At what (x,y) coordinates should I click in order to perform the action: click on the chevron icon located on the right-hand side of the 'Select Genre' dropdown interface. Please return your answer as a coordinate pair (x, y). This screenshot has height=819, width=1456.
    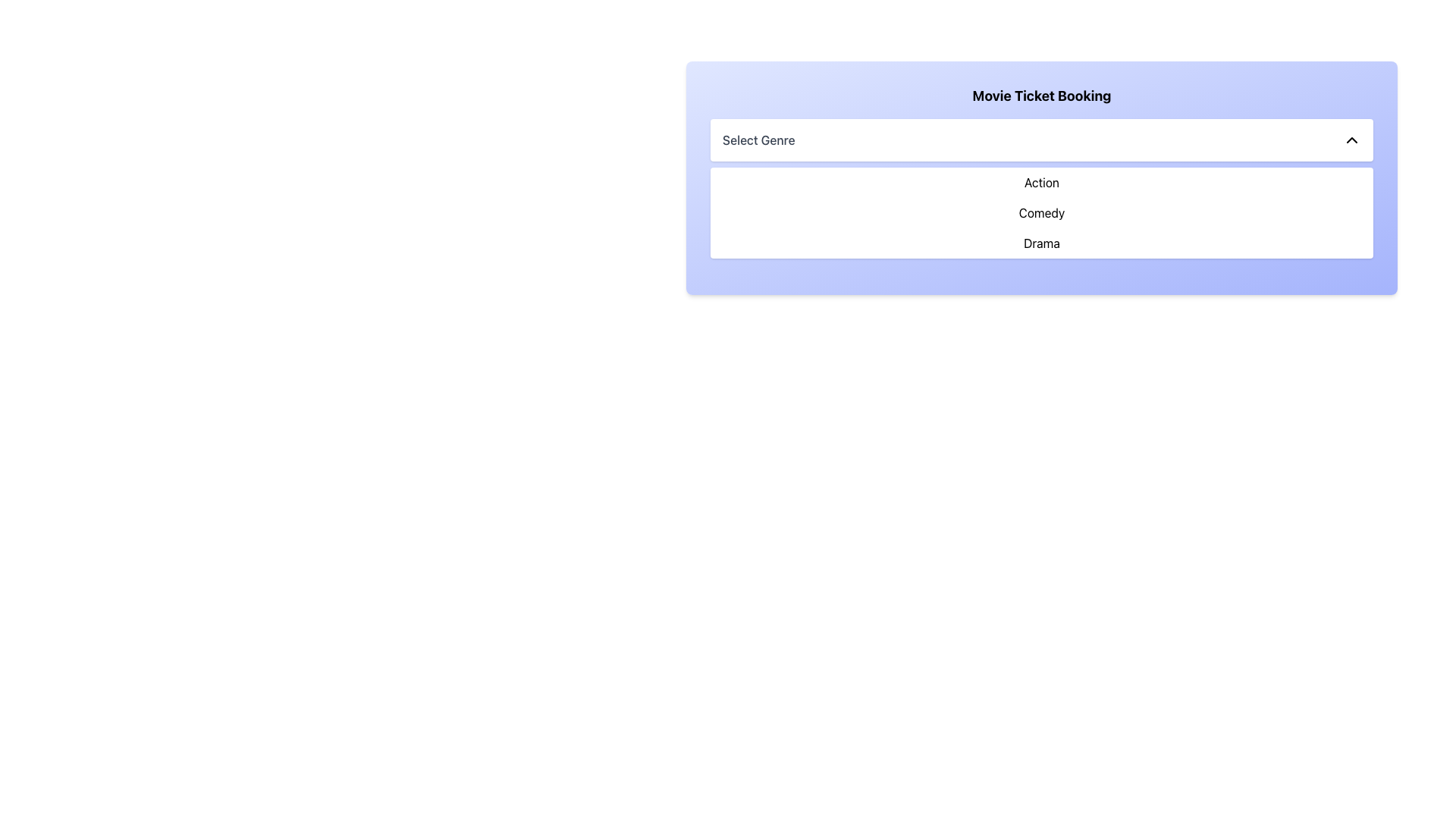
    Looking at the image, I should click on (1351, 140).